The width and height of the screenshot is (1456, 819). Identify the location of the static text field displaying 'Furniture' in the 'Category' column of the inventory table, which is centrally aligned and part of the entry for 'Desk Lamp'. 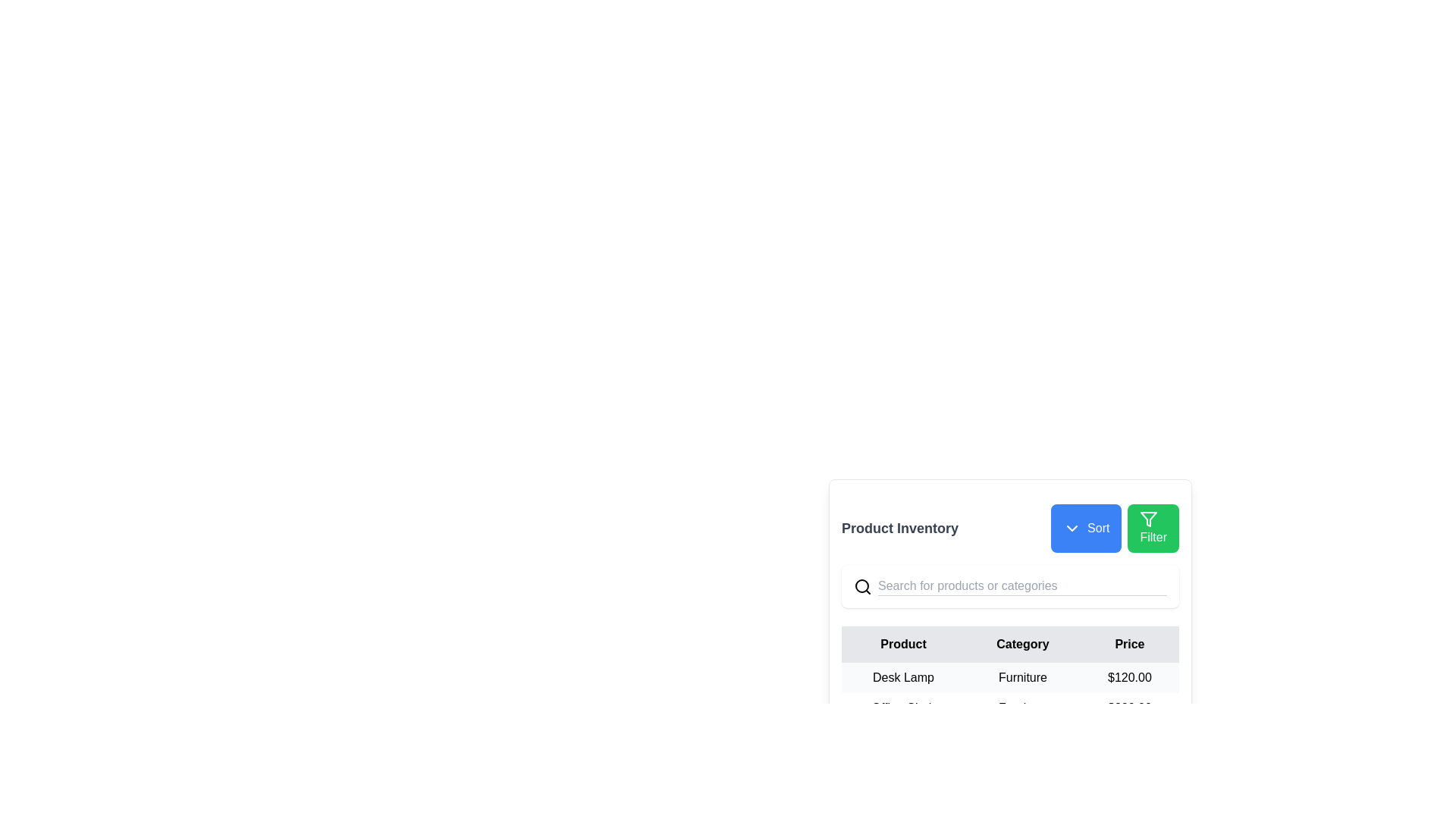
(1022, 677).